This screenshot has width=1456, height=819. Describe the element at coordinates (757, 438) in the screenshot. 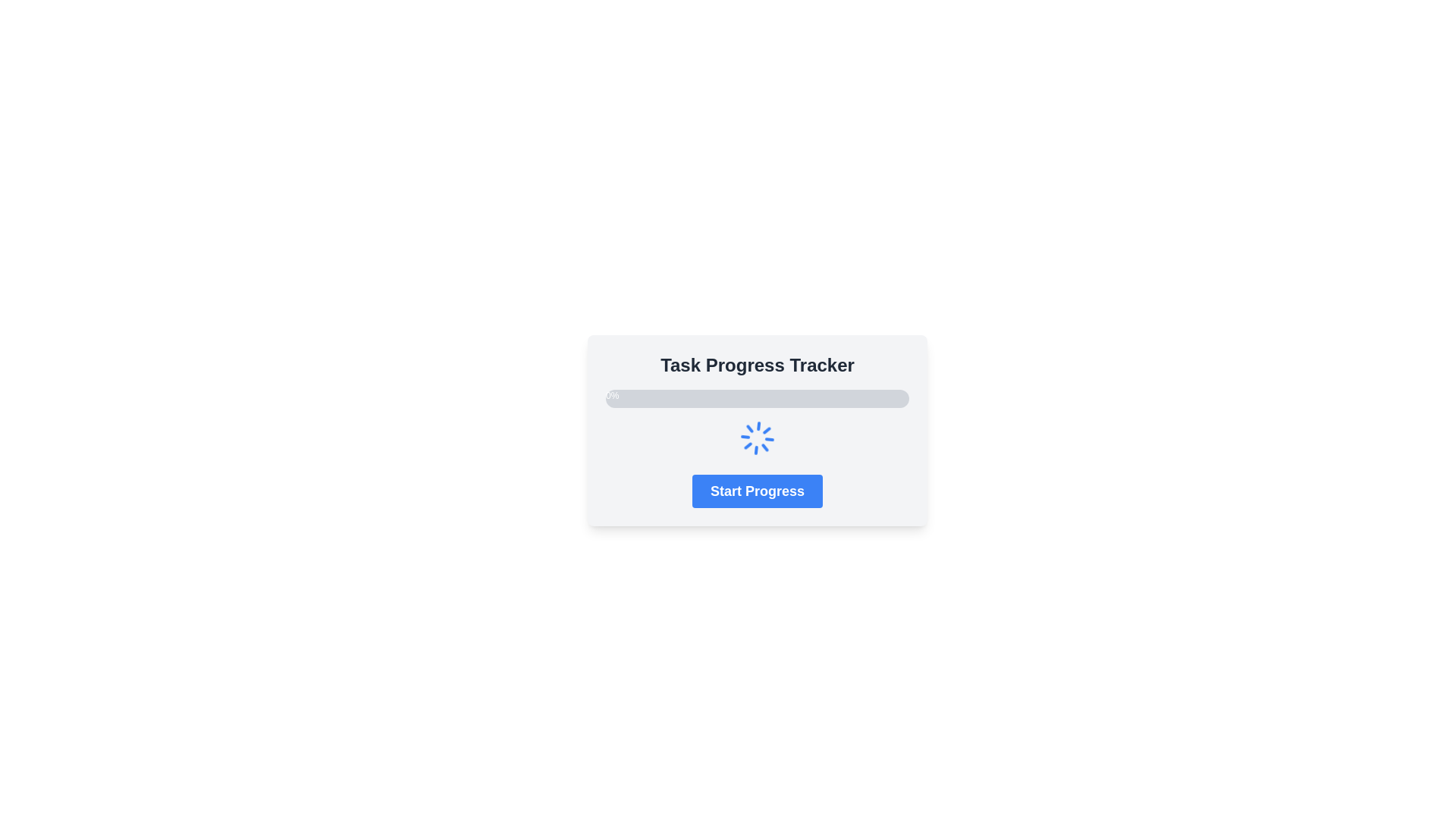

I see `the Loader or Spinner Icon which visually indicates that a process is in progress, located vertically between the progress bar and the 'Start Progress' button` at that location.